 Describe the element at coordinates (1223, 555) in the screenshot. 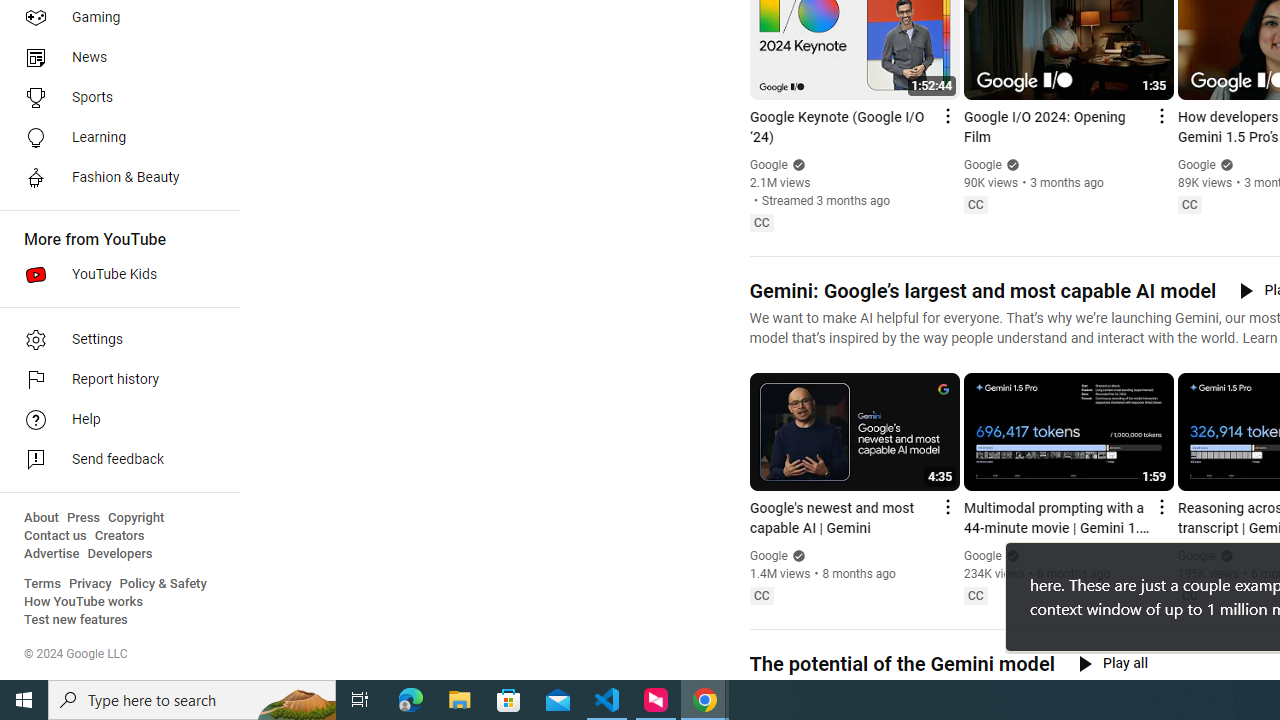

I see `'Verified'` at that location.